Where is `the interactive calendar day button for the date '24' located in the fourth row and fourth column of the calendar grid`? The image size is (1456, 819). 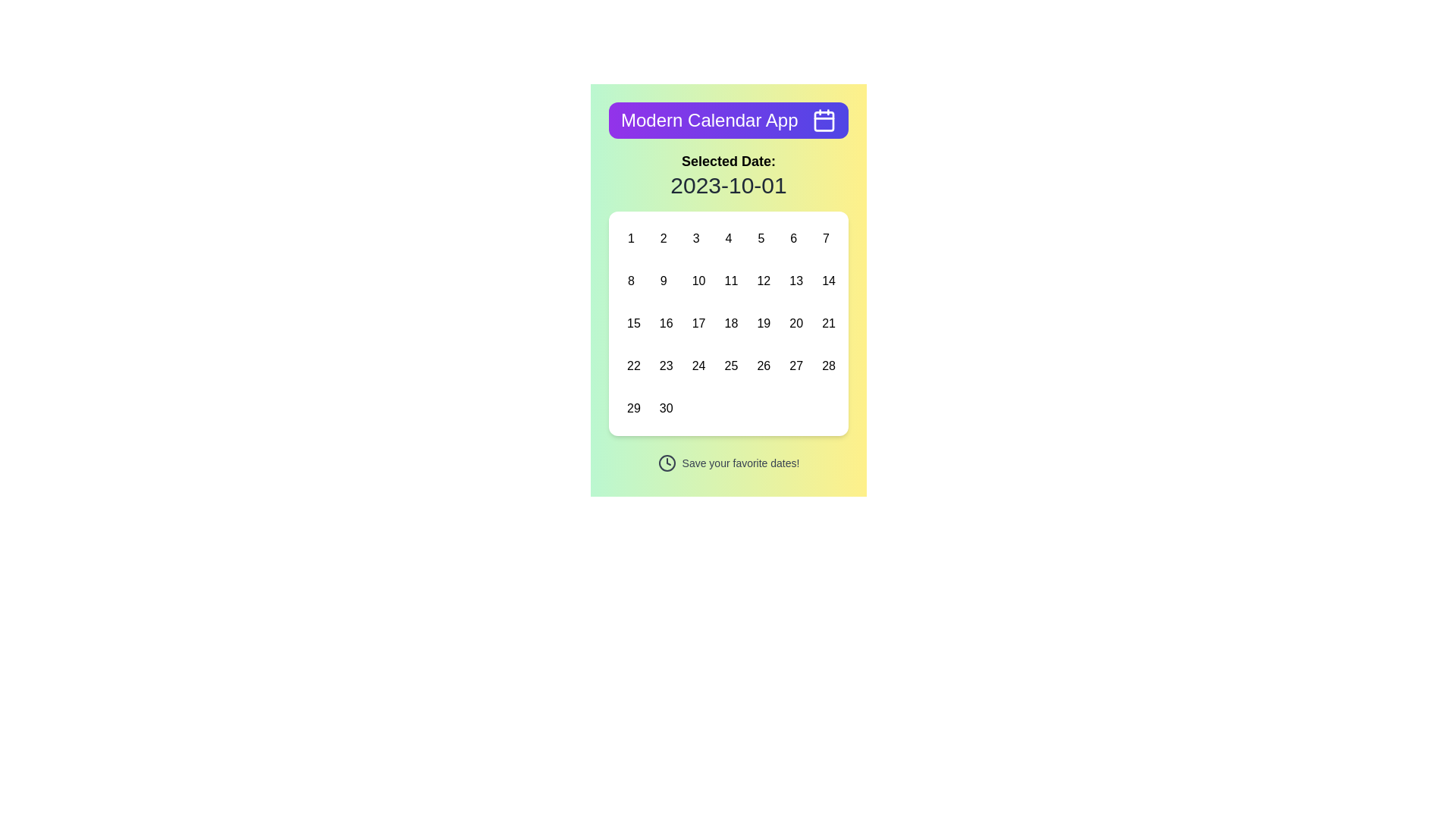 the interactive calendar day button for the date '24' located in the fourth row and fourth column of the calendar grid is located at coordinates (695, 366).